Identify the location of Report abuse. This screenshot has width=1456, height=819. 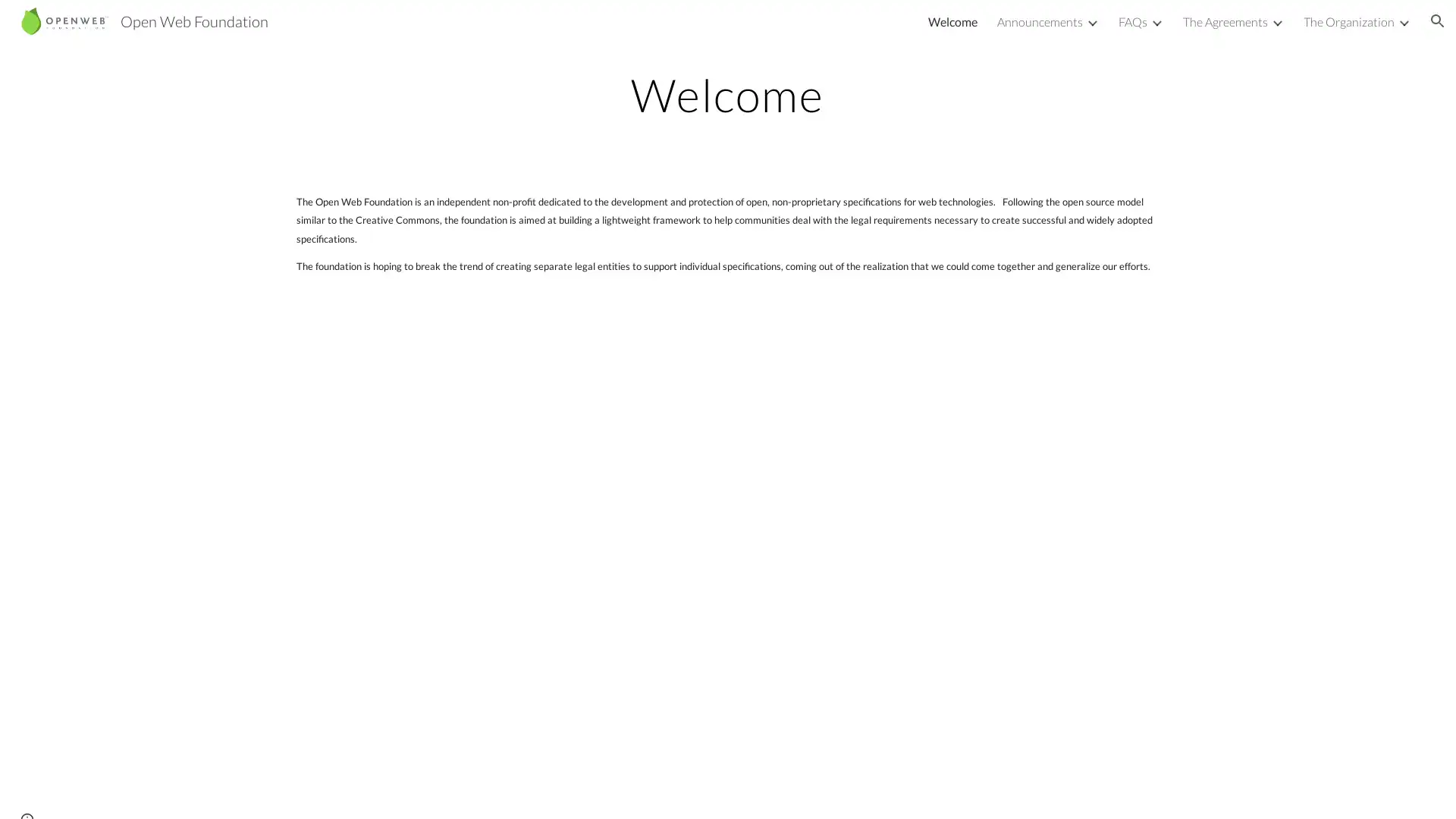
(182, 792).